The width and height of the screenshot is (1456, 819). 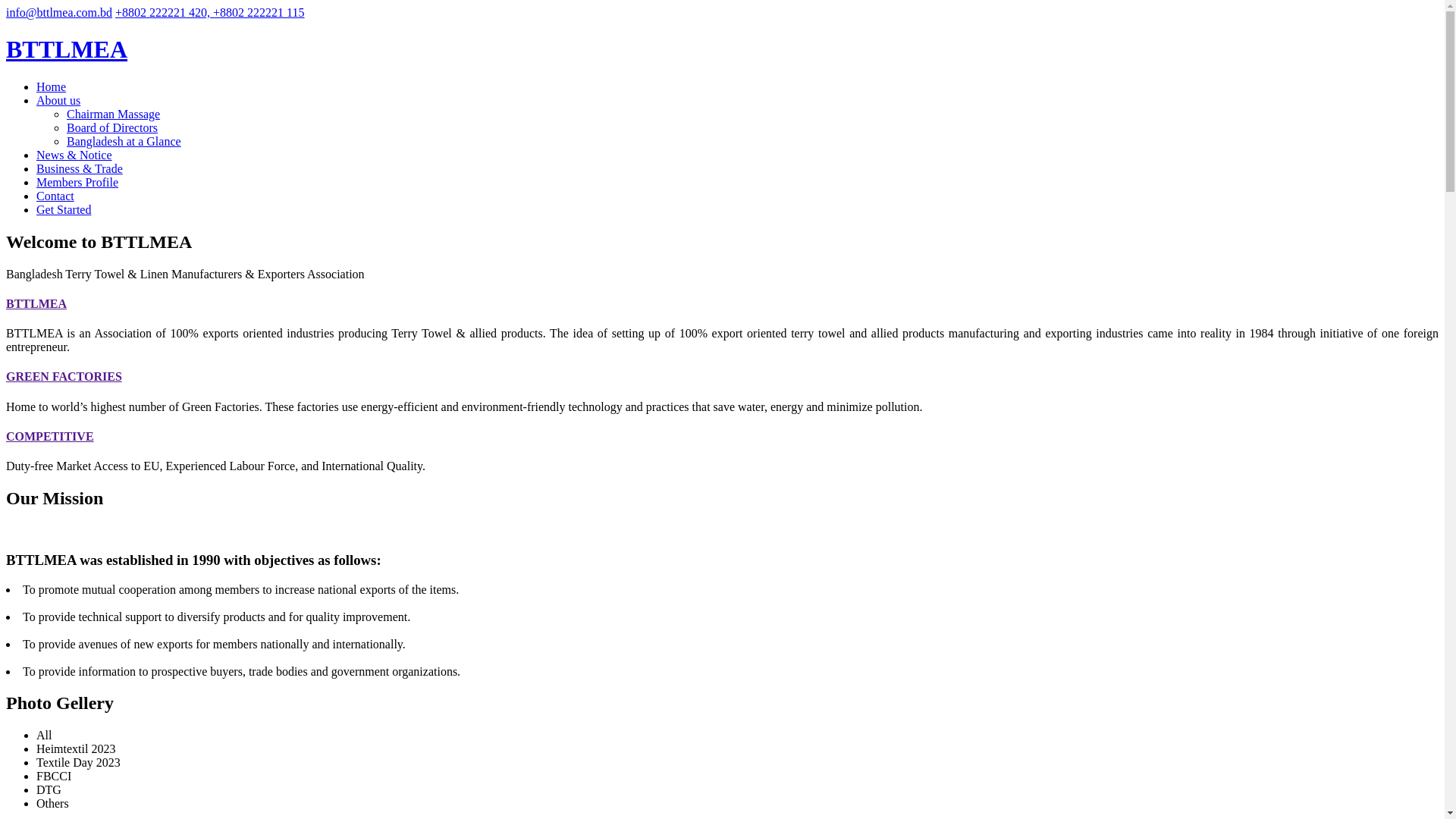 I want to click on 'Bangladesh at a Glance', so click(x=124, y=141).